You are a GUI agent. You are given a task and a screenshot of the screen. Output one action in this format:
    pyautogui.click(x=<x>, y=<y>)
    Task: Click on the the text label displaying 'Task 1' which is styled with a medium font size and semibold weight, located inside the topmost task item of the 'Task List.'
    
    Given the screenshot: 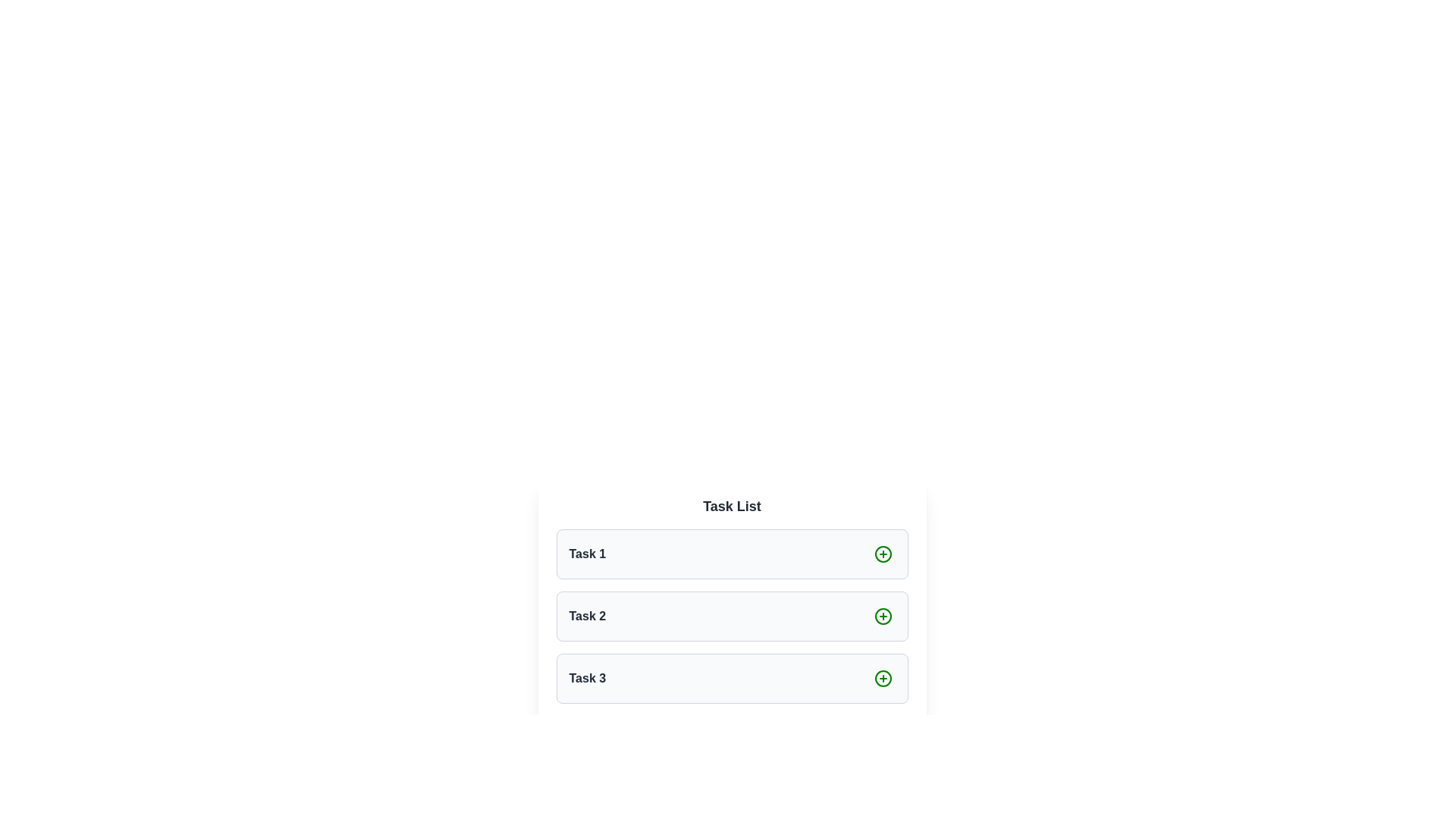 What is the action you would take?
    pyautogui.click(x=586, y=554)
    